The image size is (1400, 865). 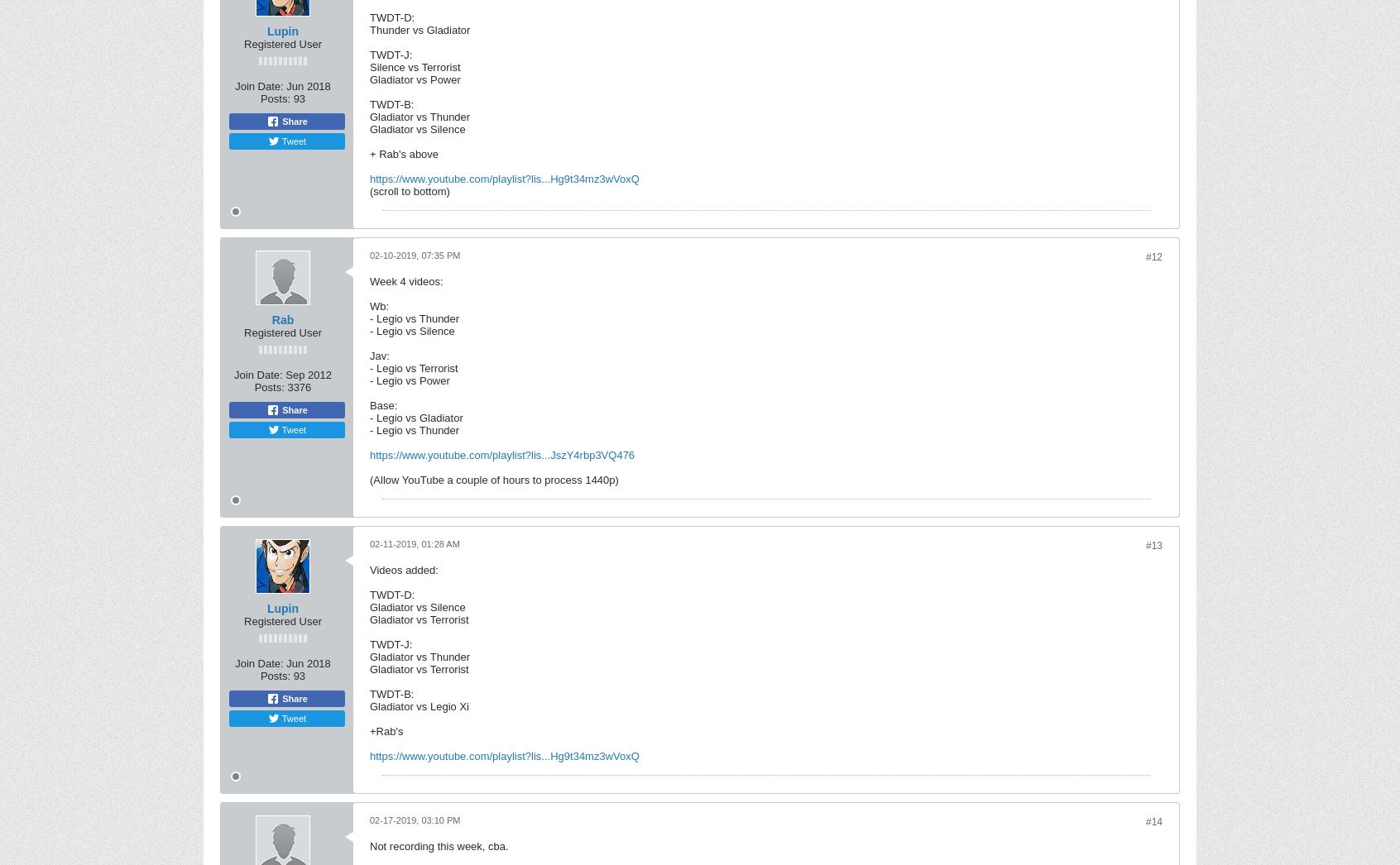 I want to click on 'Not recording this week, cba.', so click(x=439, y=846).